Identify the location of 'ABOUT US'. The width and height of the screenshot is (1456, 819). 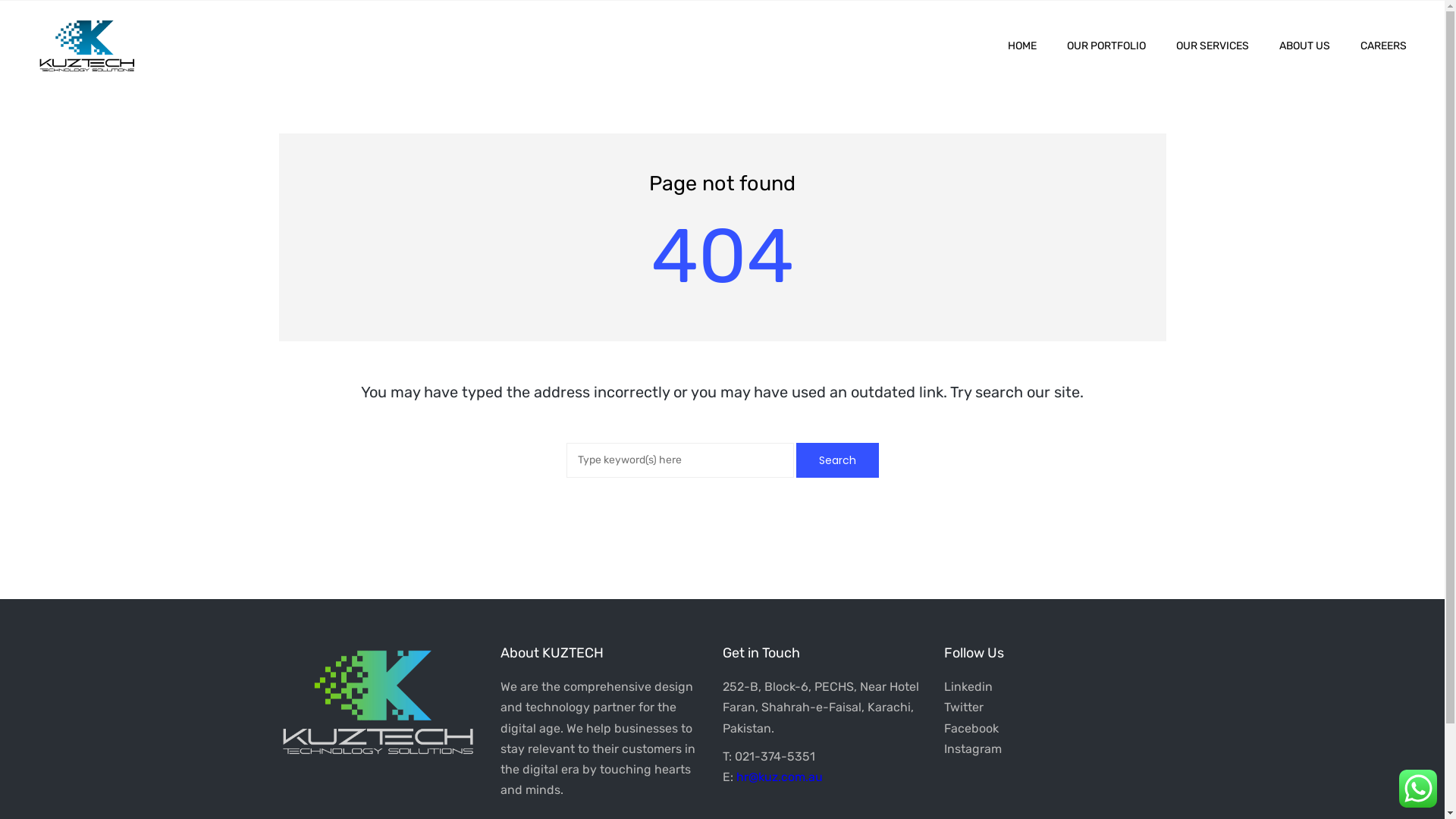
(1304, 45).